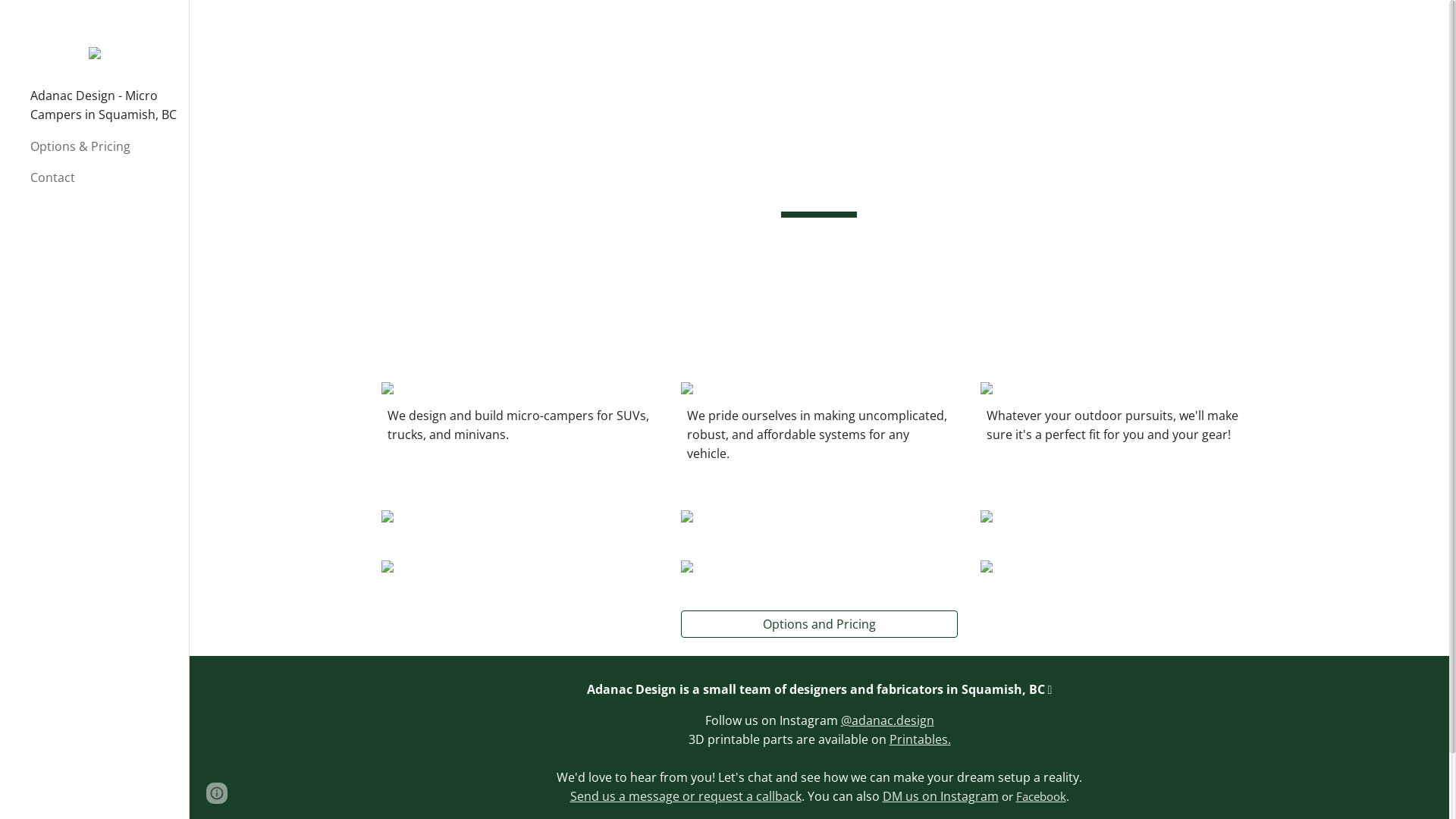  I want to click on 'DM us on Instagram', so click(940, 795).